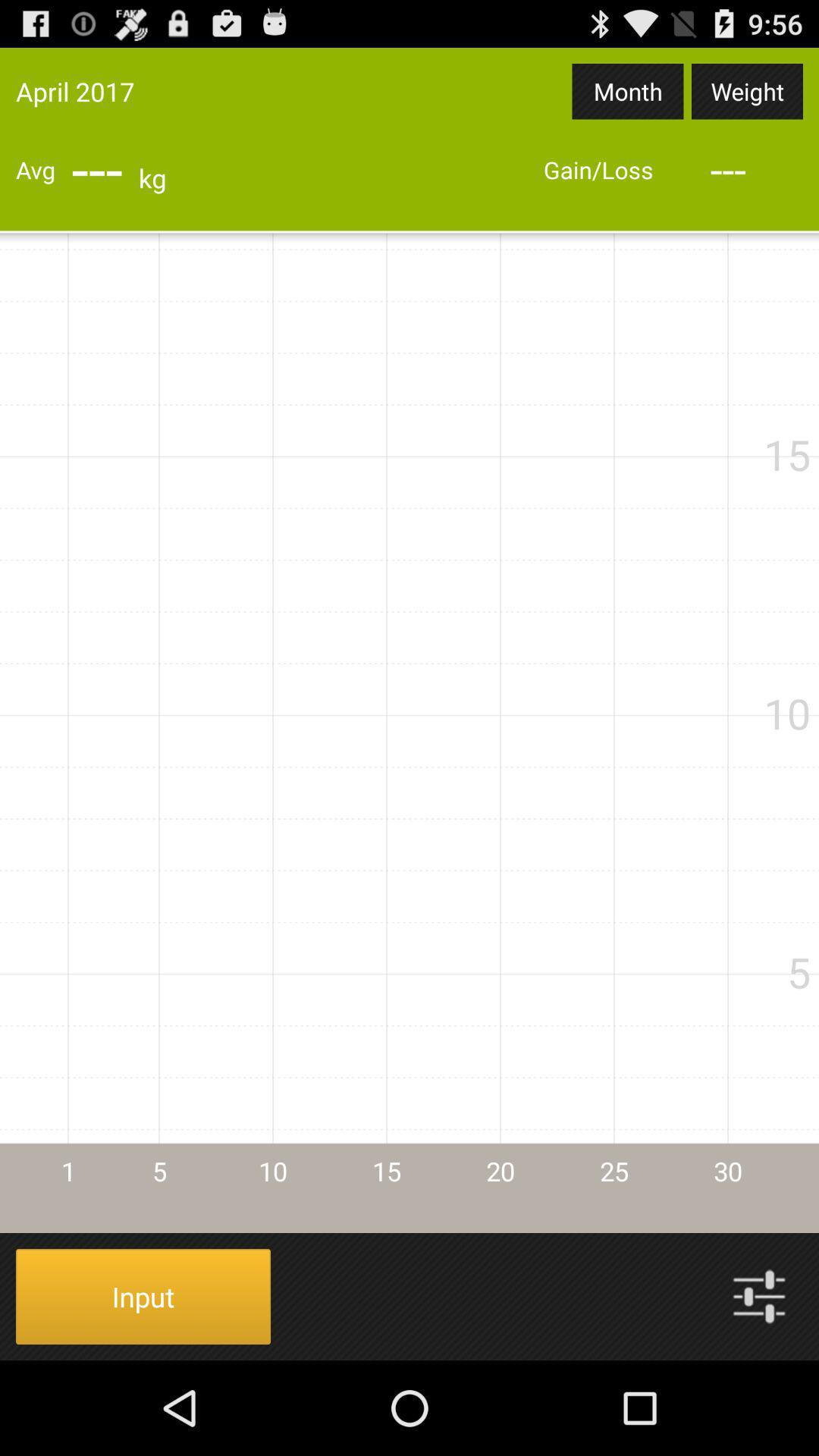 Image resolution: width=819 pixels, height=1456 pixels. I want to click on the sliders icon, so click(759, 1388).